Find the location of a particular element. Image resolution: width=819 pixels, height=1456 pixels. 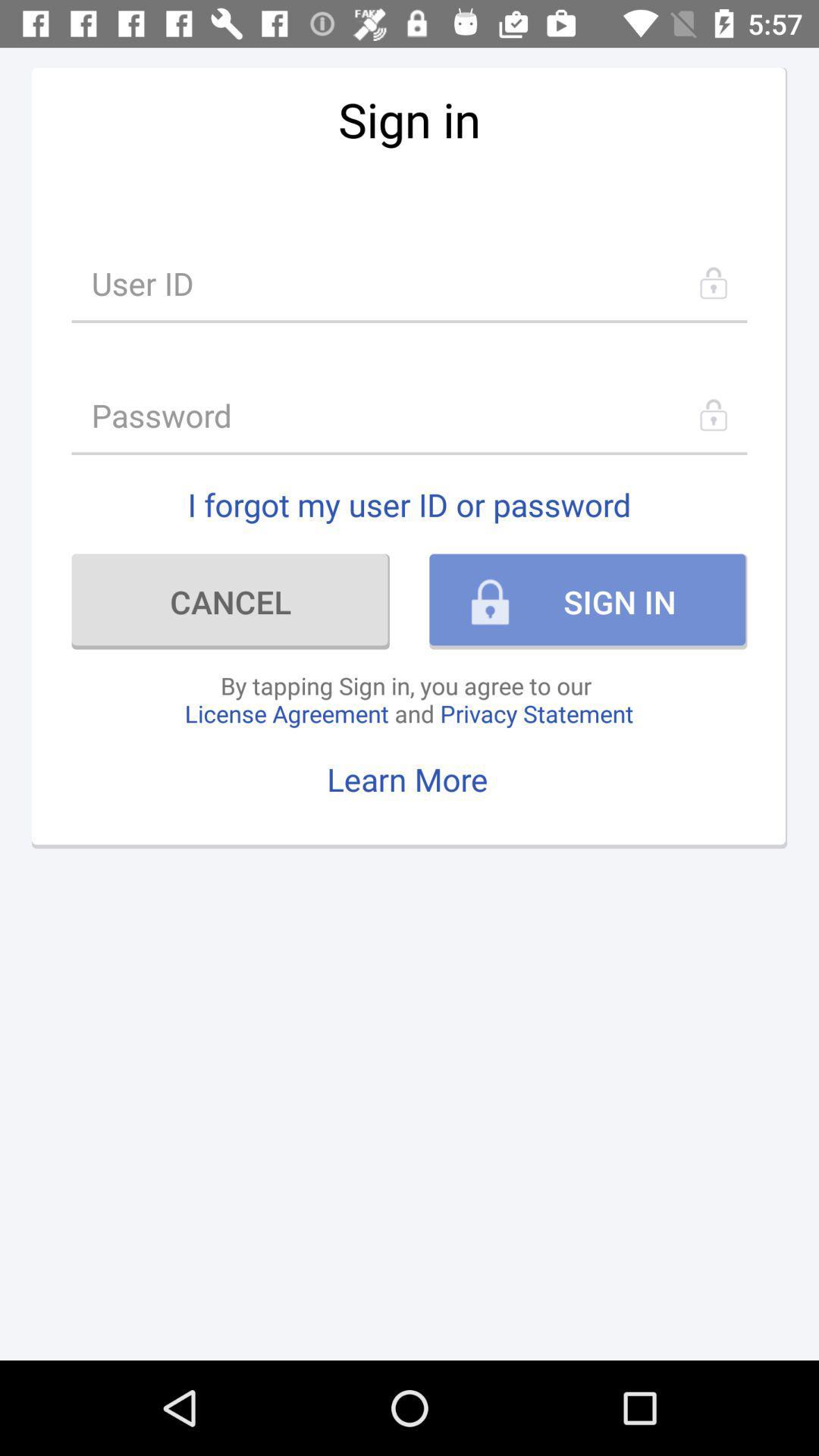

item below sign in item is located at coordinates (409, 283).